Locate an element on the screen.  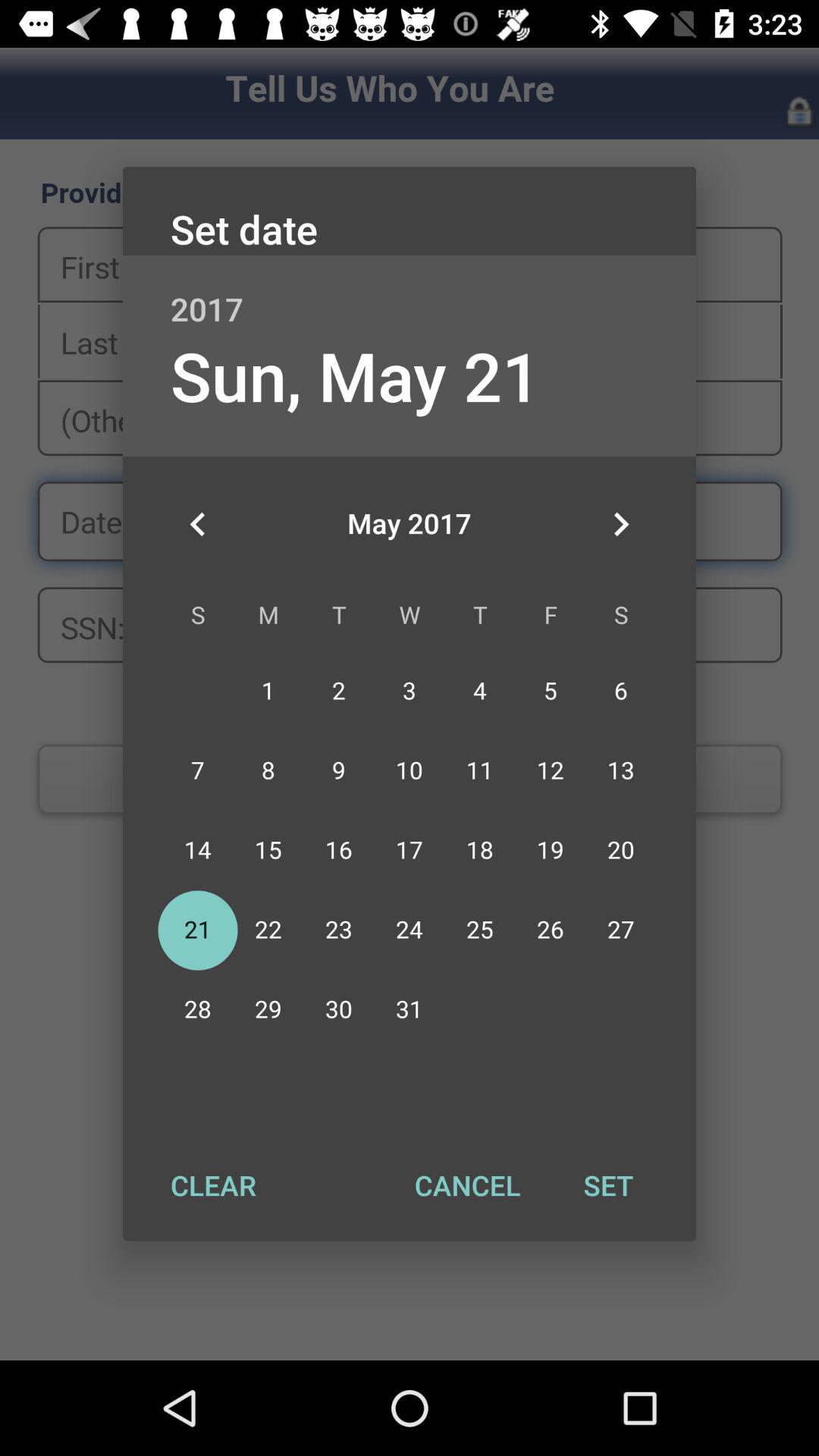
the item above the set is located at coordinates (620, 524).